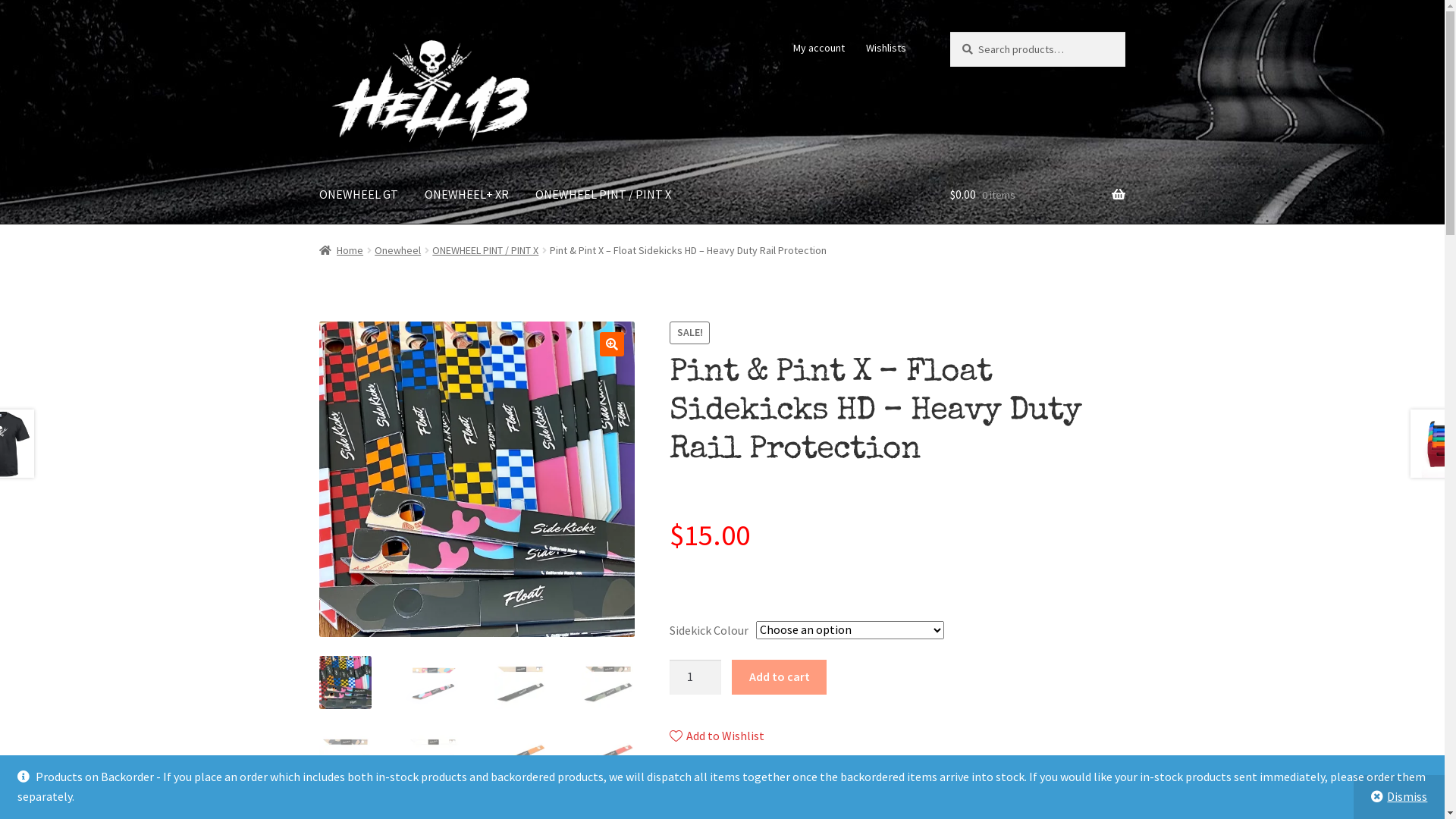 This screenshot has width=1456, height=819. I want to click on 'ONEWHEEL+ XR', so click(466, 194).